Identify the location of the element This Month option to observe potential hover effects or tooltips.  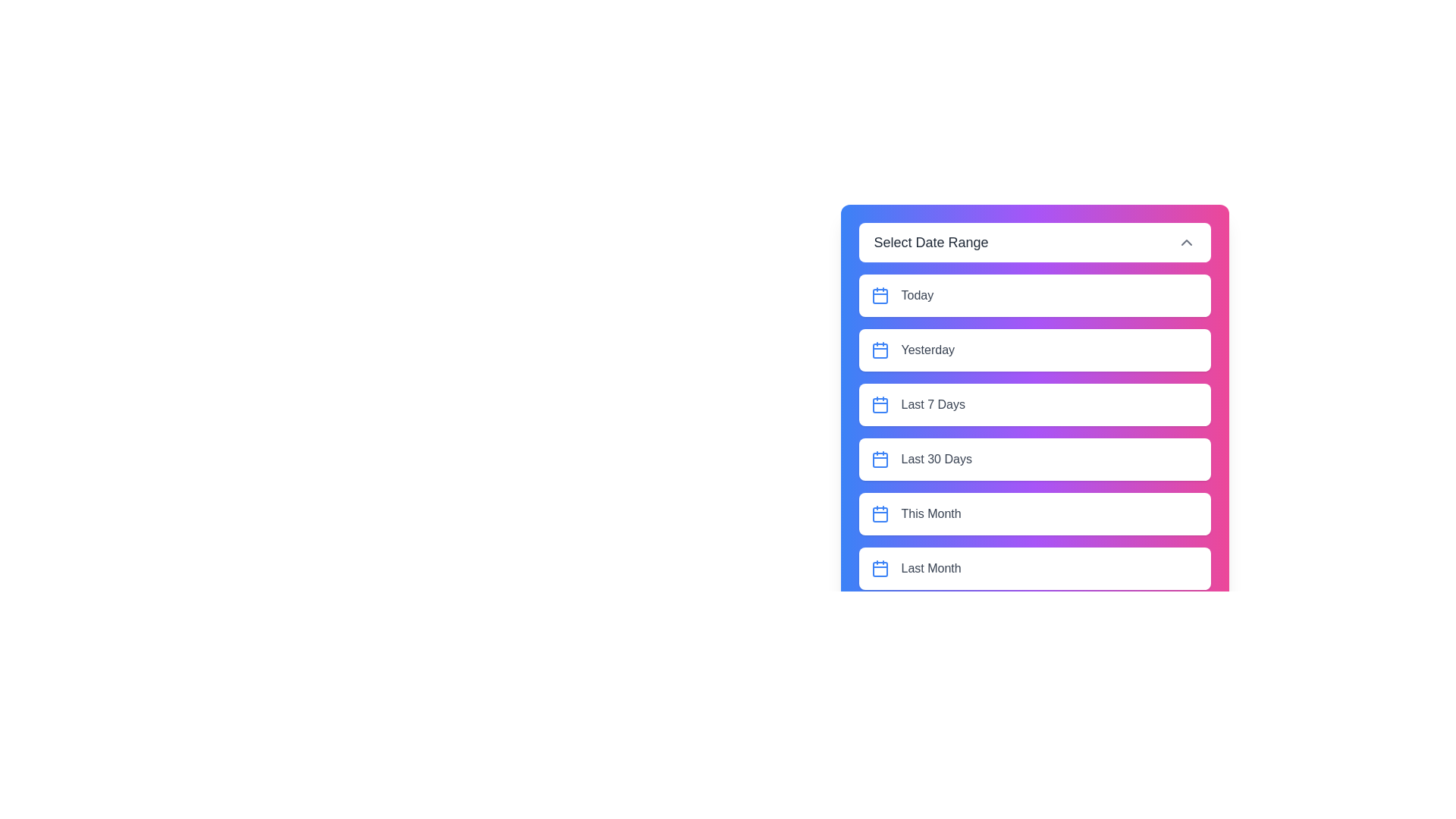
(1034, 513).